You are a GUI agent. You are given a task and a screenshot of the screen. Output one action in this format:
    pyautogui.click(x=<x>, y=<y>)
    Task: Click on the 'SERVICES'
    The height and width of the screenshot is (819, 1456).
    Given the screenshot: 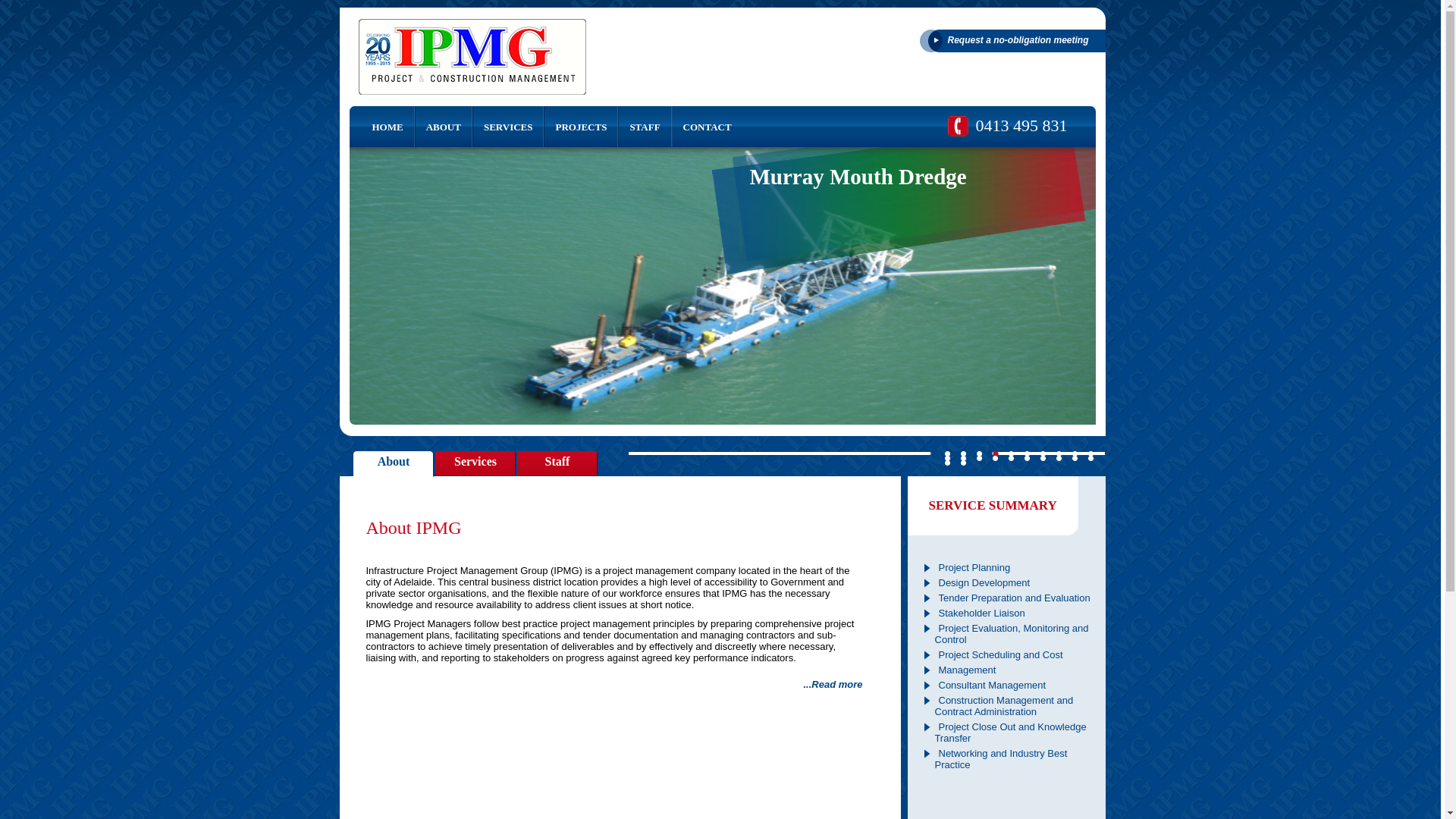 What is the action you would take?
    pyautogui.click(x=472, y=125)
    